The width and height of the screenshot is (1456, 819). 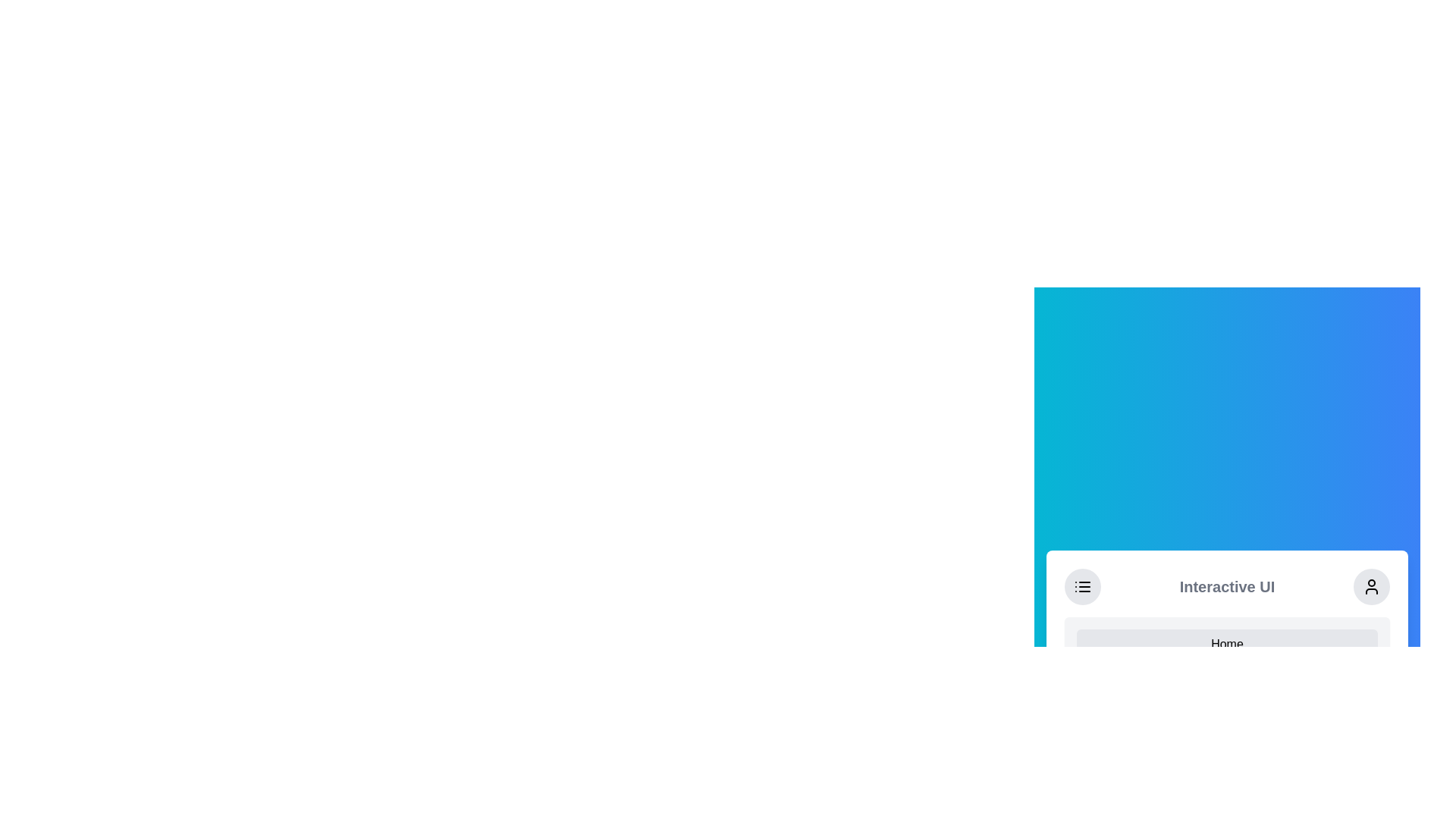 What do you see at coordinates (1082, 586) in the screenshot?
I see `the SVG menu icon represented by three horizontal lines and dots within a circular button located in the header section` at bounding box center [1082, 586].